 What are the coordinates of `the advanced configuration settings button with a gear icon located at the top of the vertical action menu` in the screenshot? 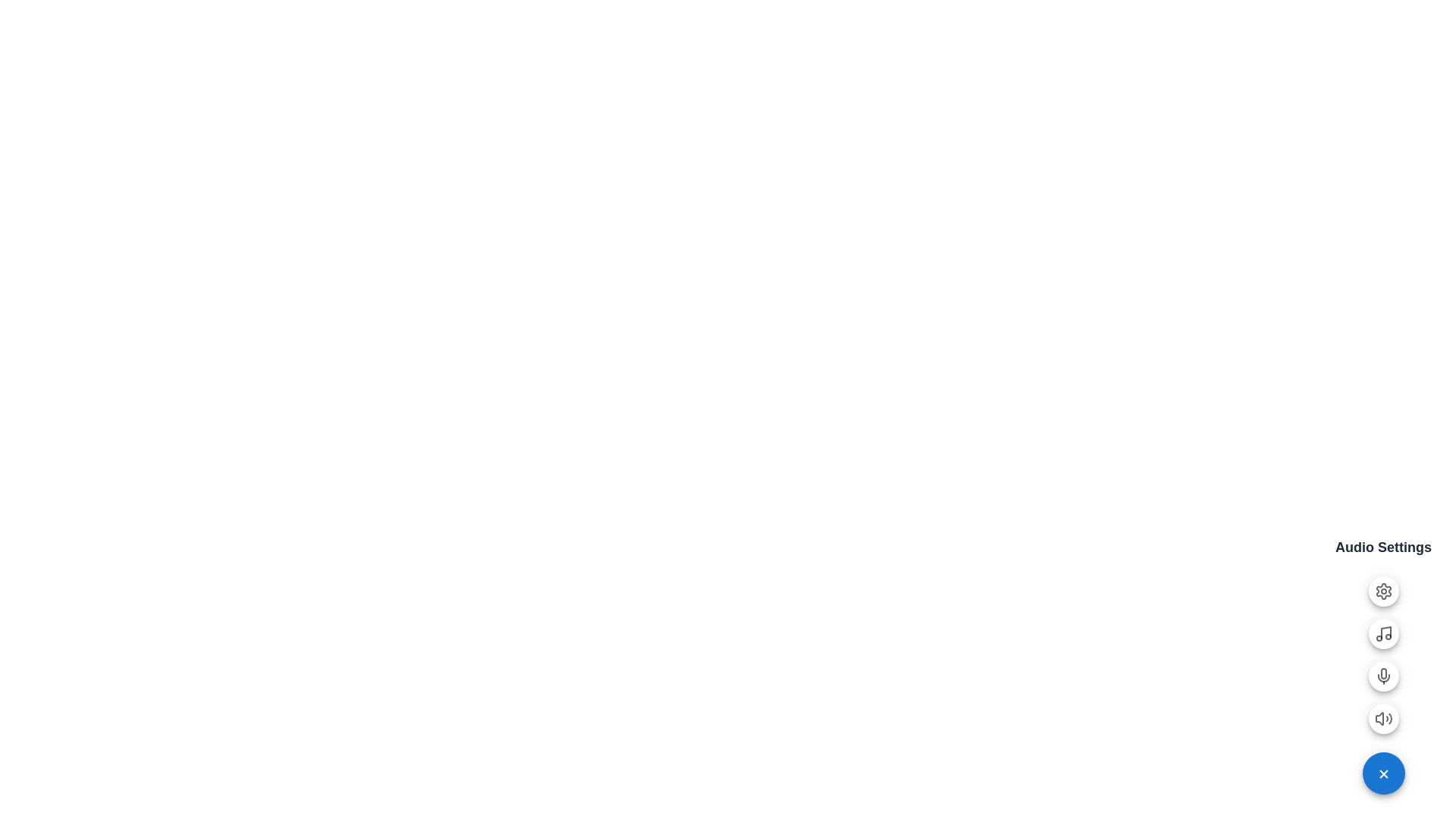 It's located at (1383, 590).